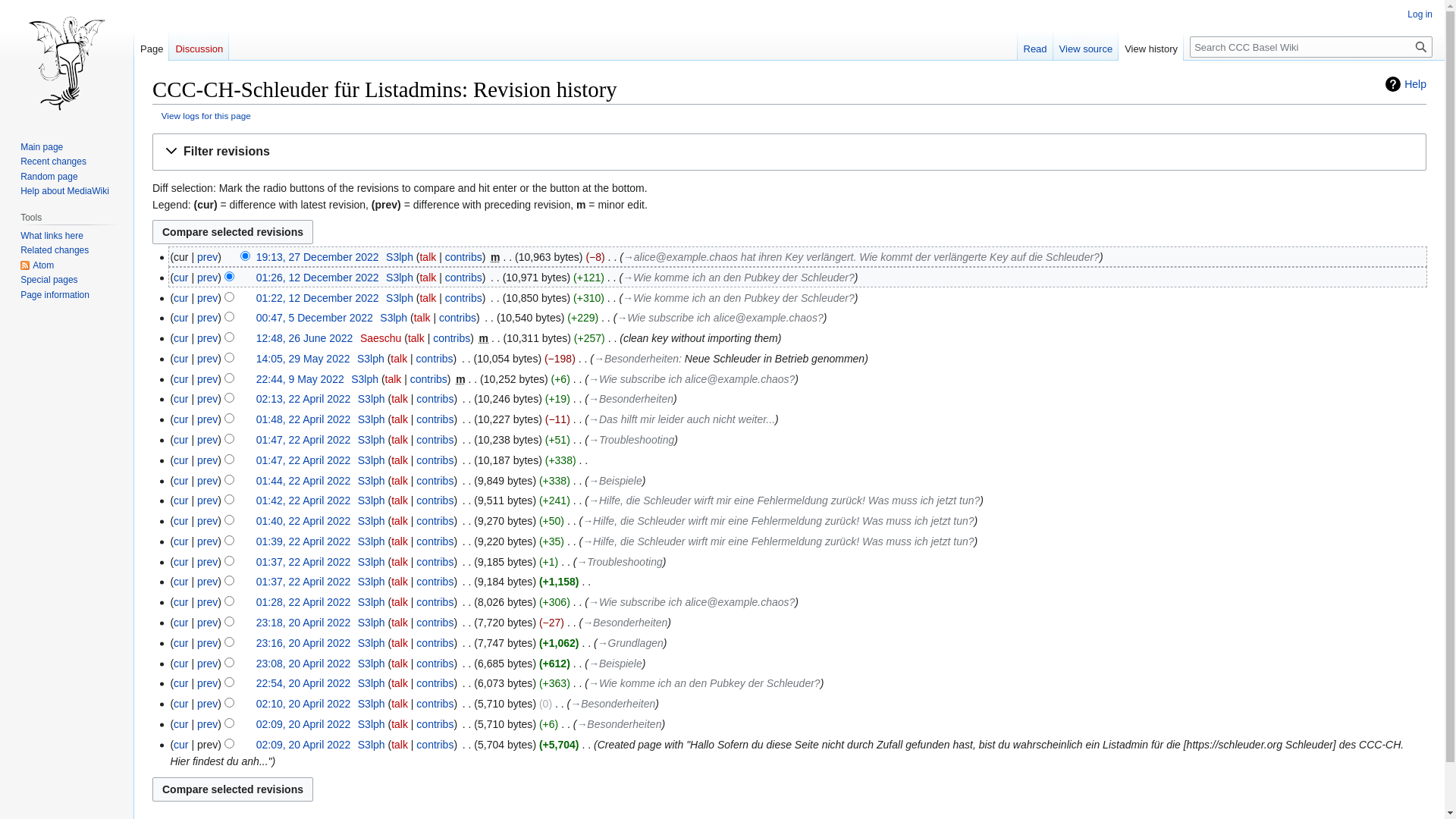  What do you see at coordinates (152, 45) in the screenshot?
I see `'Page'` at bounding box center [152, 45].